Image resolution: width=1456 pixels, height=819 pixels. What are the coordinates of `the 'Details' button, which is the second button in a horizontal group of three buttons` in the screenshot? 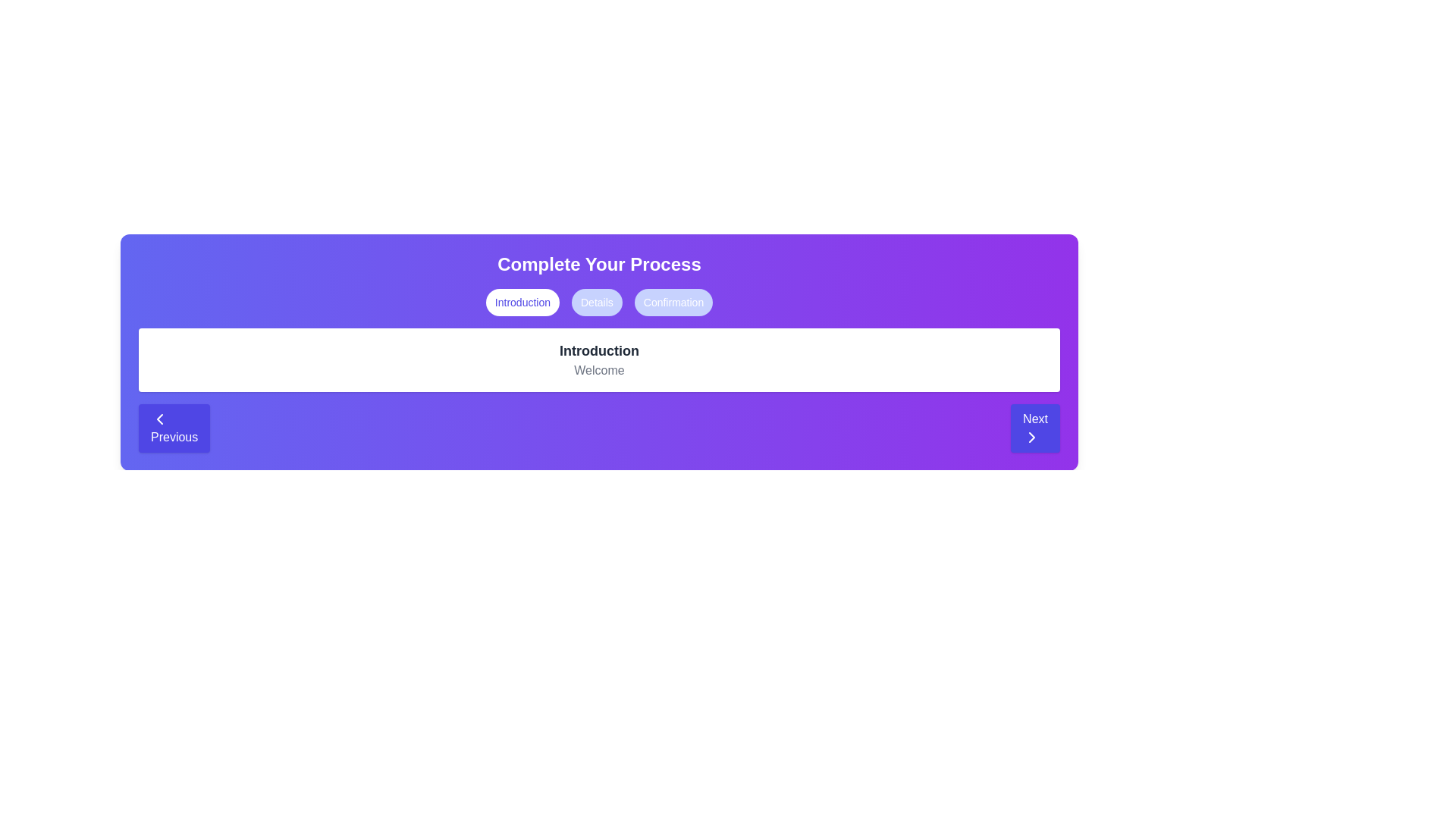 It's located at (596, 302).